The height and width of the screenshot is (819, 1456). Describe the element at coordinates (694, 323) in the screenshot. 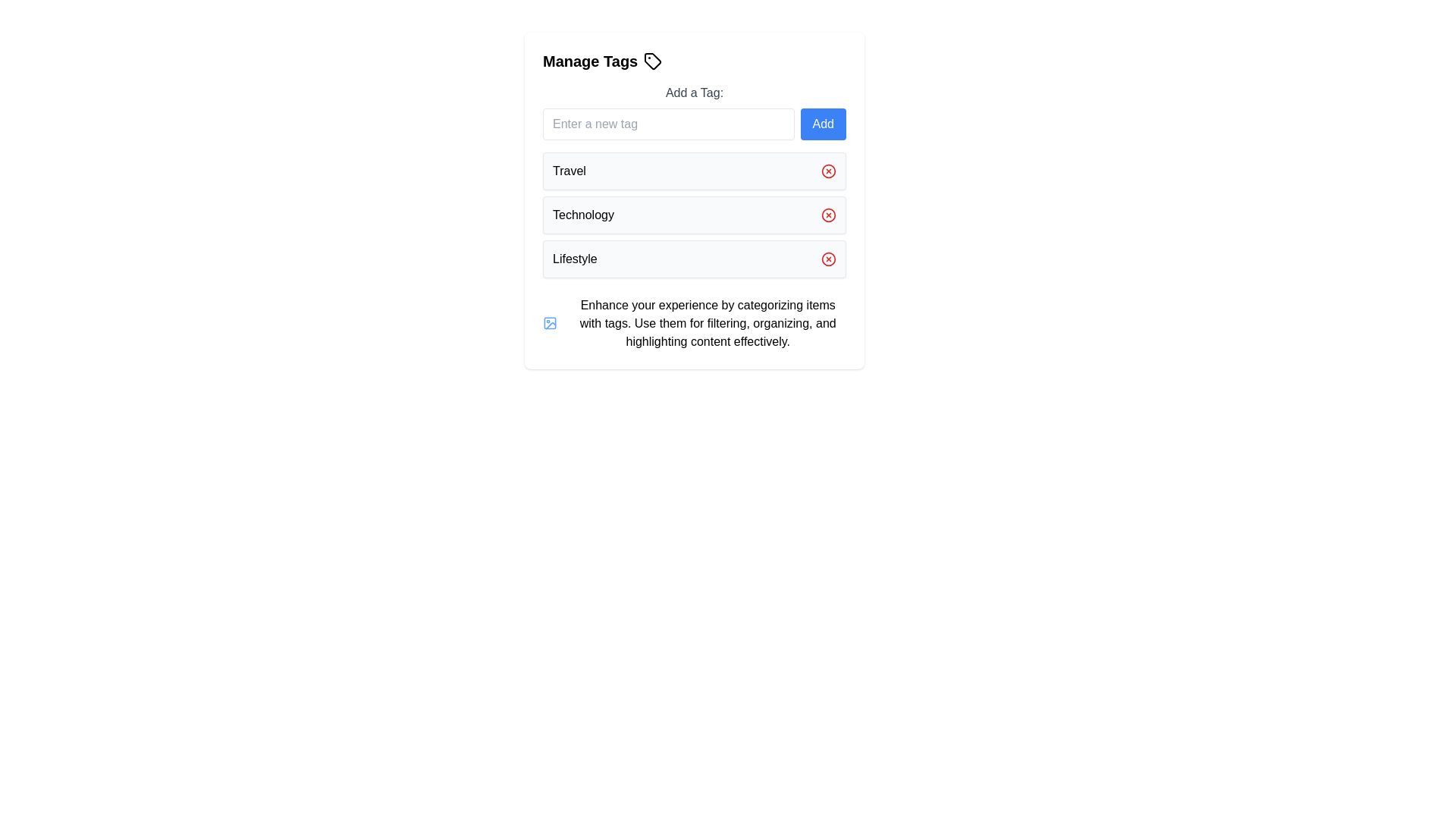

I see `informational content located at the bottom of the 'Manage Tags' card, which provides guidance on categorizing items with tags` at that location.